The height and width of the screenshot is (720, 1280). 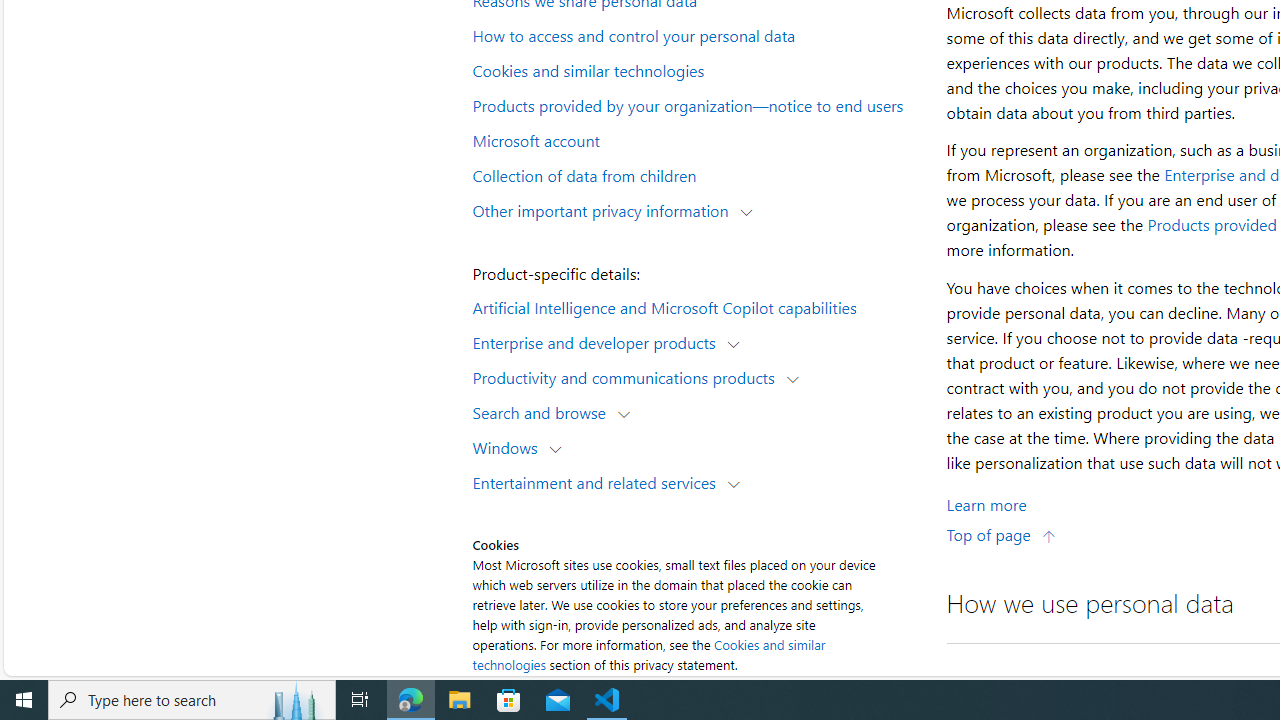 What do you see at coordinates (510, 446) in the screenshot?
I see `'Windows'` at bounding box center [510, 446].